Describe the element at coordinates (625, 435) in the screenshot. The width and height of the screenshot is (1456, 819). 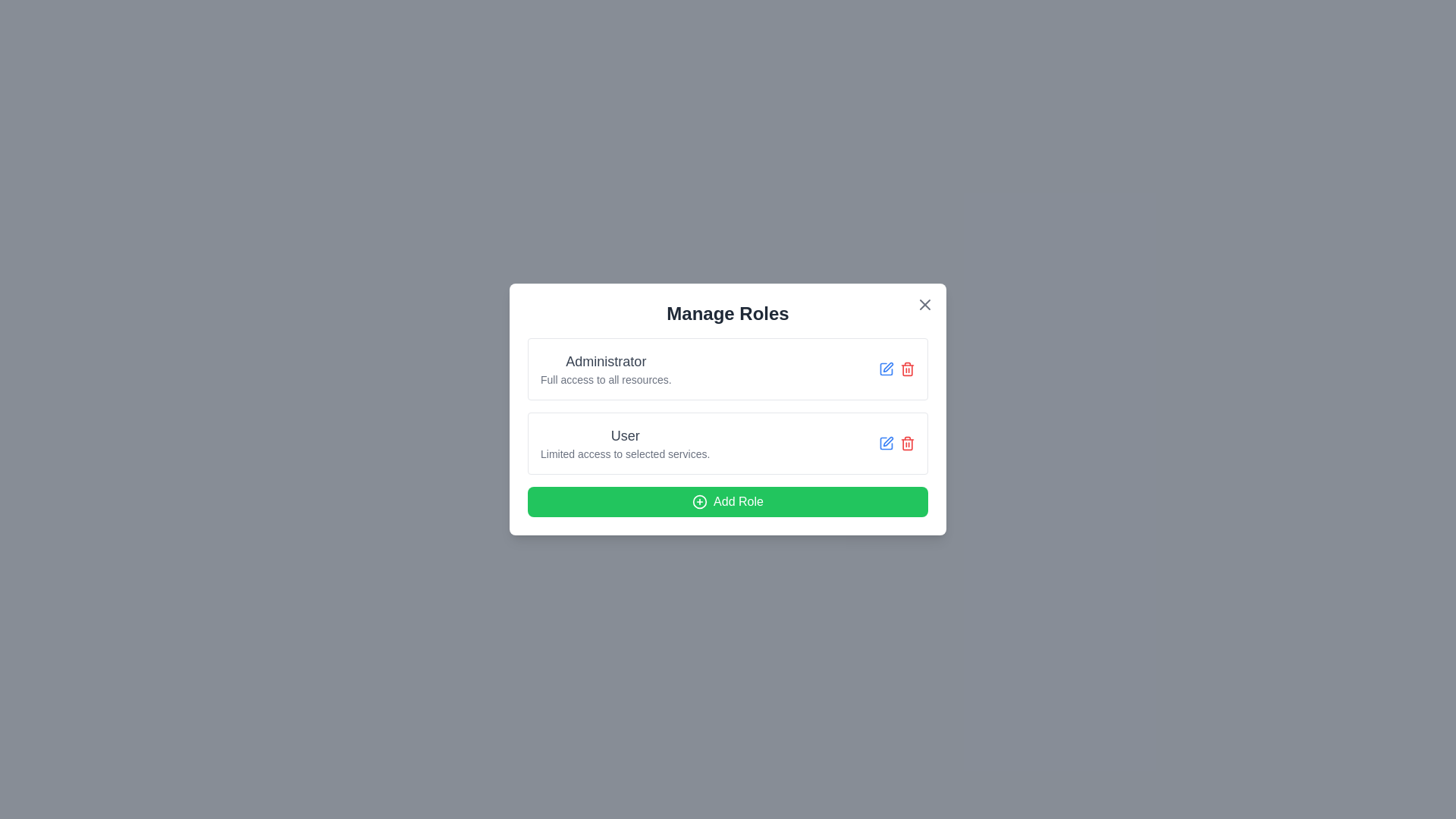
I see `the text label displaying 'User' in the 'Manage Roles' section` at that location.